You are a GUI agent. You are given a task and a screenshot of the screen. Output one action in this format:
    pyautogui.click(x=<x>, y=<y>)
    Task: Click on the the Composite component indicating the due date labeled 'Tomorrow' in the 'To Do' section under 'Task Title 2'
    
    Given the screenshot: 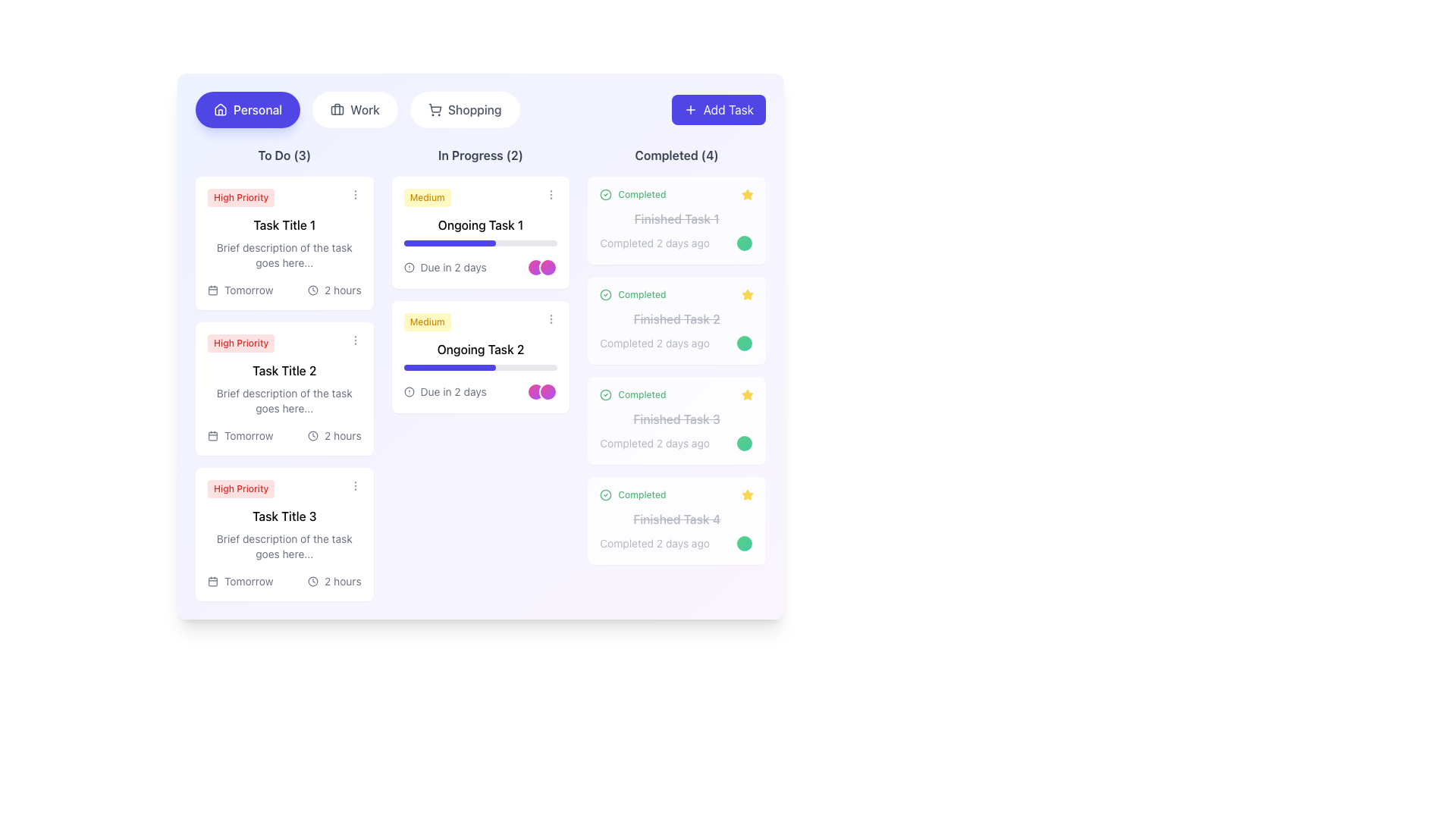 What is the action you would take?
    pyautogui.click(x=240, y=435)
    